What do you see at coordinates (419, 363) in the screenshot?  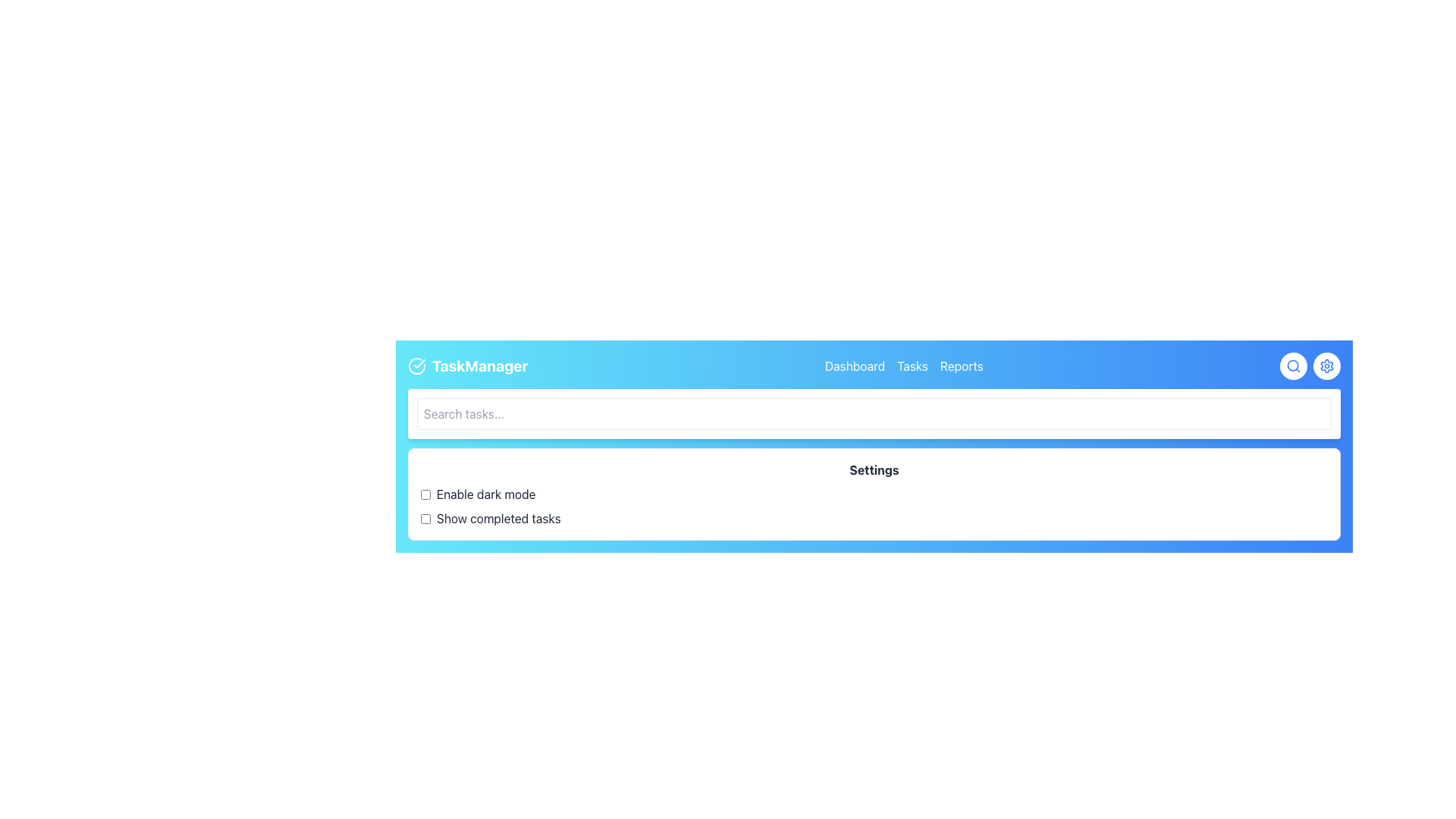 I see `the checkmark icon inside the circular confirmation icon, which indicates success` at bounding box center [419, 363].